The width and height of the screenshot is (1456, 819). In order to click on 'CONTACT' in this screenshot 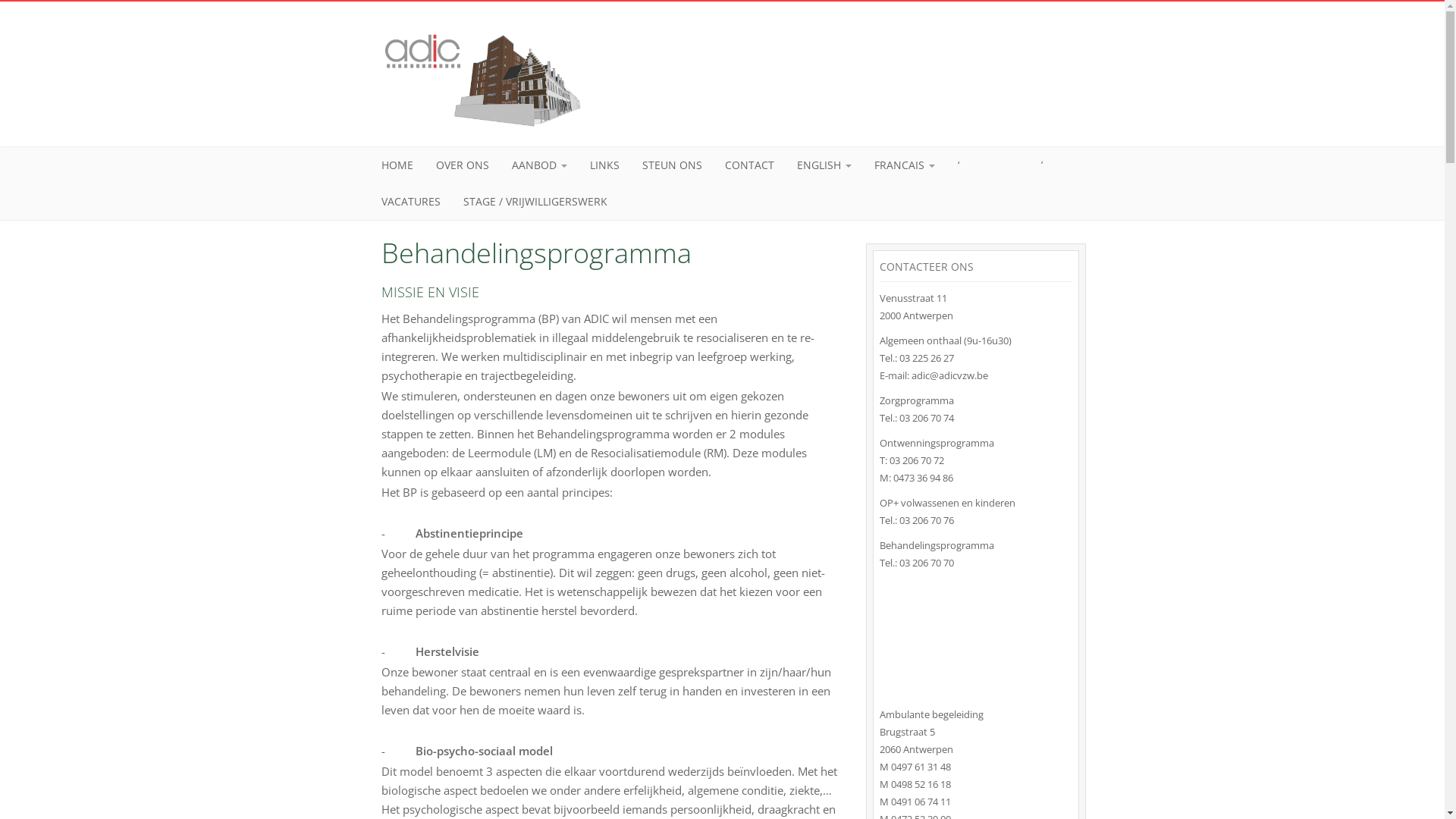, I will do `click(748, 165)`.